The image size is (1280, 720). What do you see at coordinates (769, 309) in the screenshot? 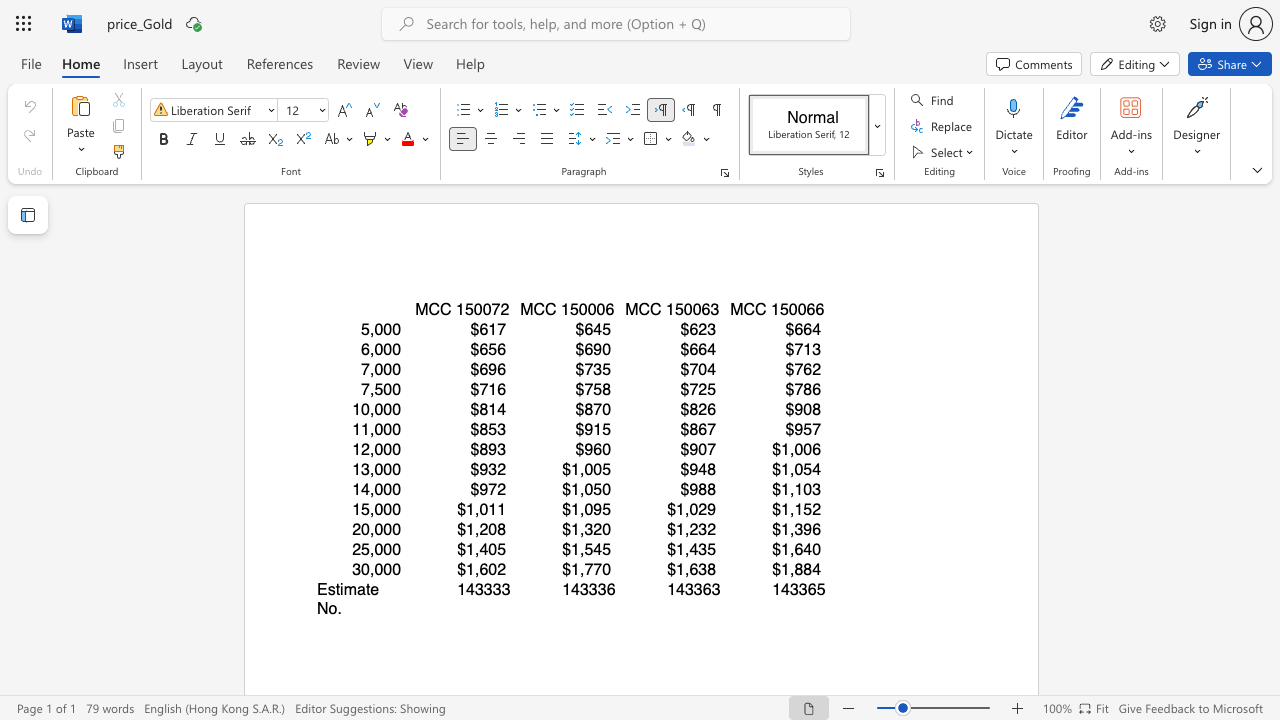
I see `the subset text "150066" within the text "MCC 150066"` at bounding box center [769, 309].